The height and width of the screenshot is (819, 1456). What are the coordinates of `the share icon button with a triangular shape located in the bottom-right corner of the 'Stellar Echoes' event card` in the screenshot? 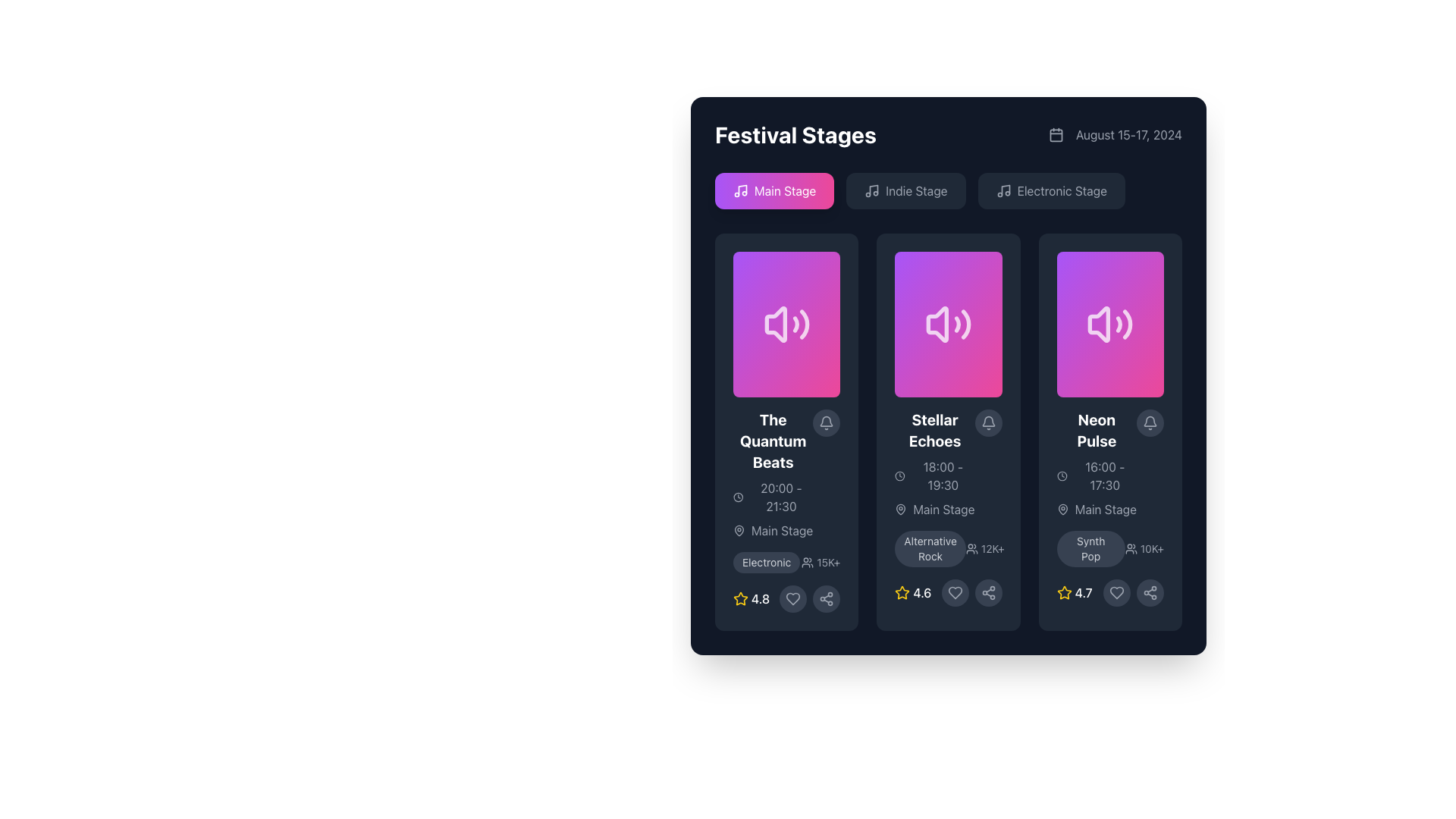 It's located at (826, 598).